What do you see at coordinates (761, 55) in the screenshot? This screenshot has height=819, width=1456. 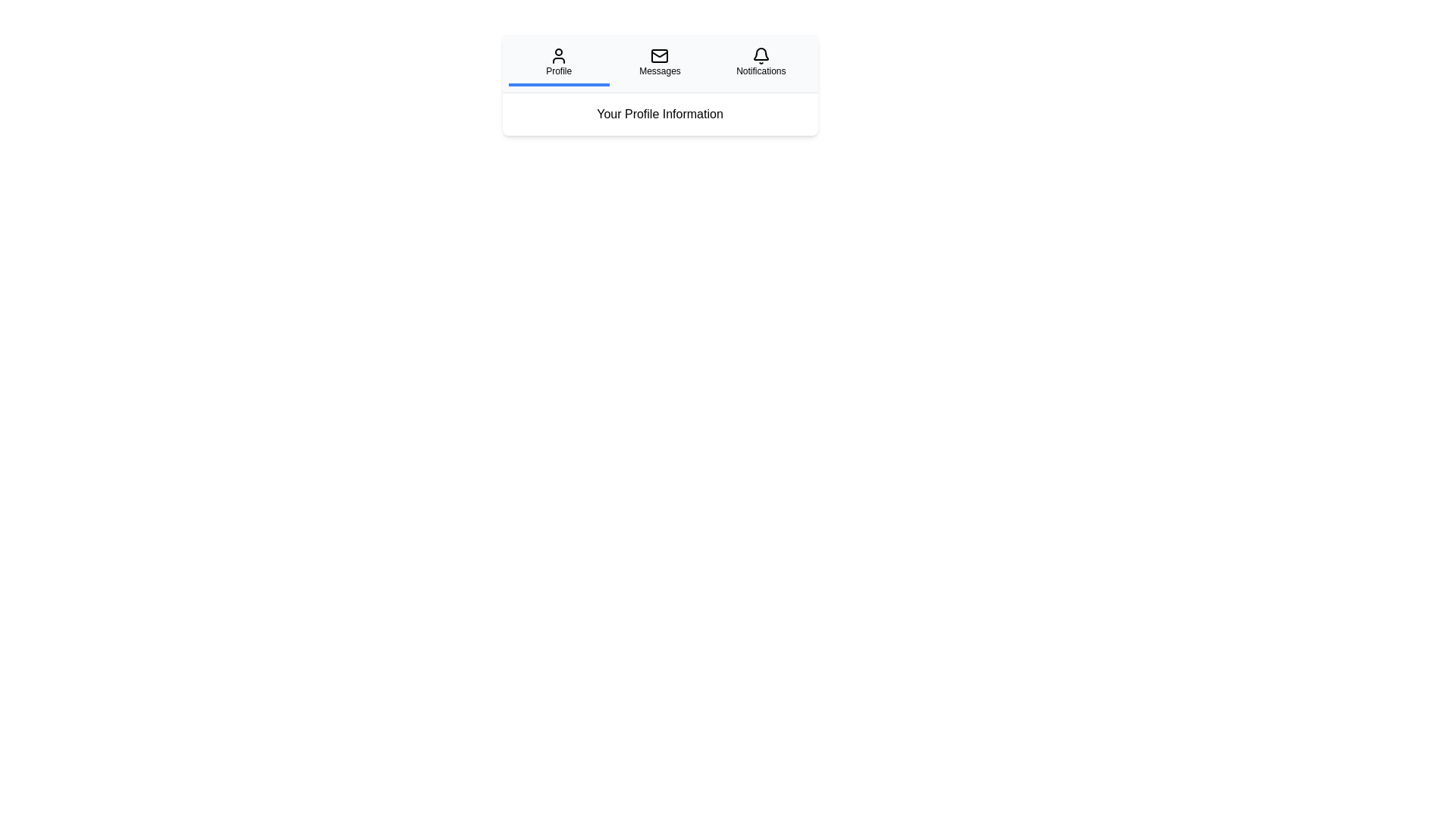 I see `the bell icon located at the top-right section of the navigation bar, which symbolizes the 'Notifications' section` at bounding box center [761, 55].